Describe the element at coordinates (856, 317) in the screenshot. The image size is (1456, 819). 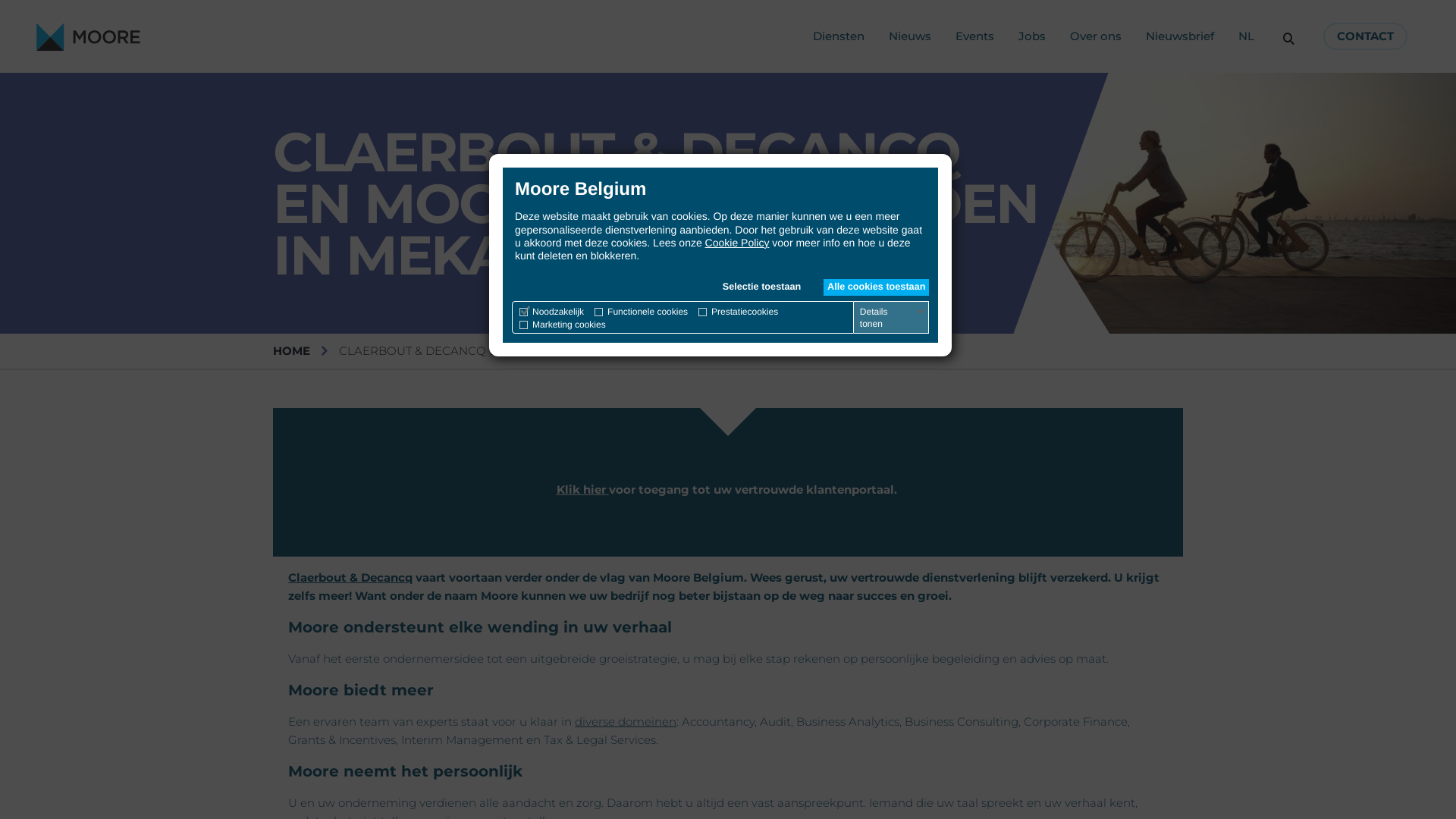
I see `'Details tonen'` at that location.